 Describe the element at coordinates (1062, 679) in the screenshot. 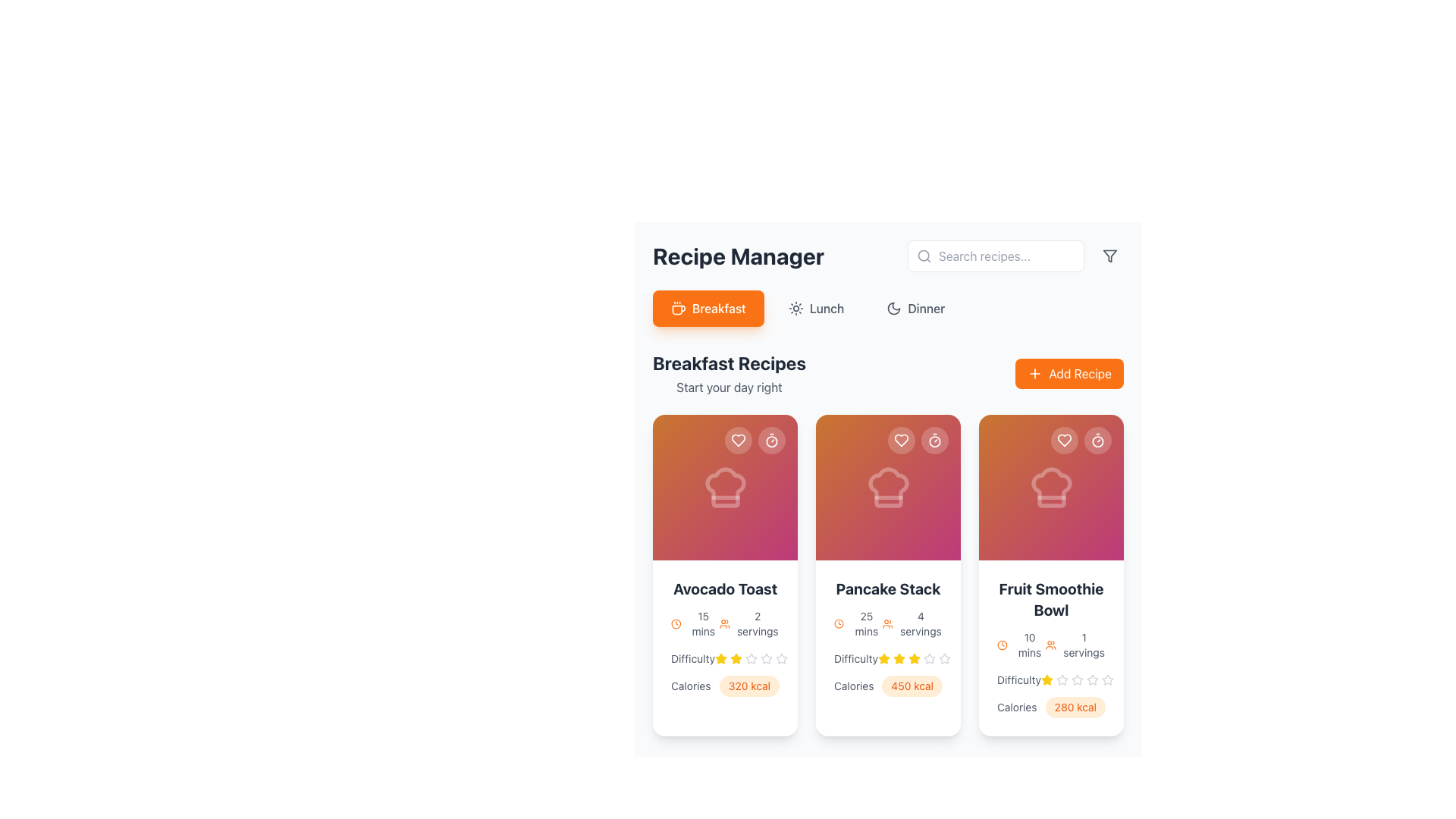

I see `the third star icon in the difficulty rating section of the 'Fruit Smoothie Bowl' recipe card, which is visually gray and part of a sequence of five identical icons` at that location.